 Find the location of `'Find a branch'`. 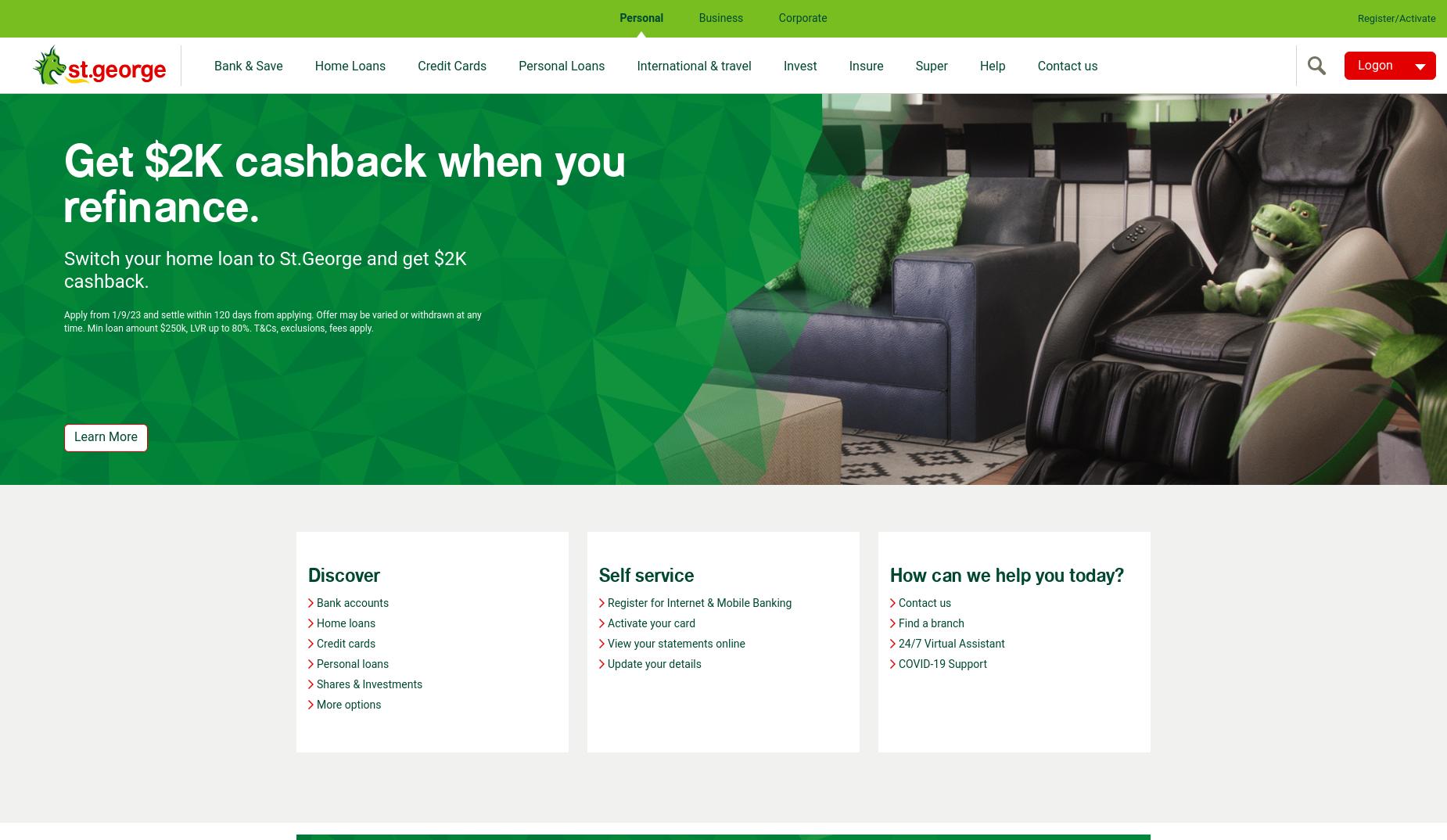

'Find a branch' is located at coordinates (931, 623).